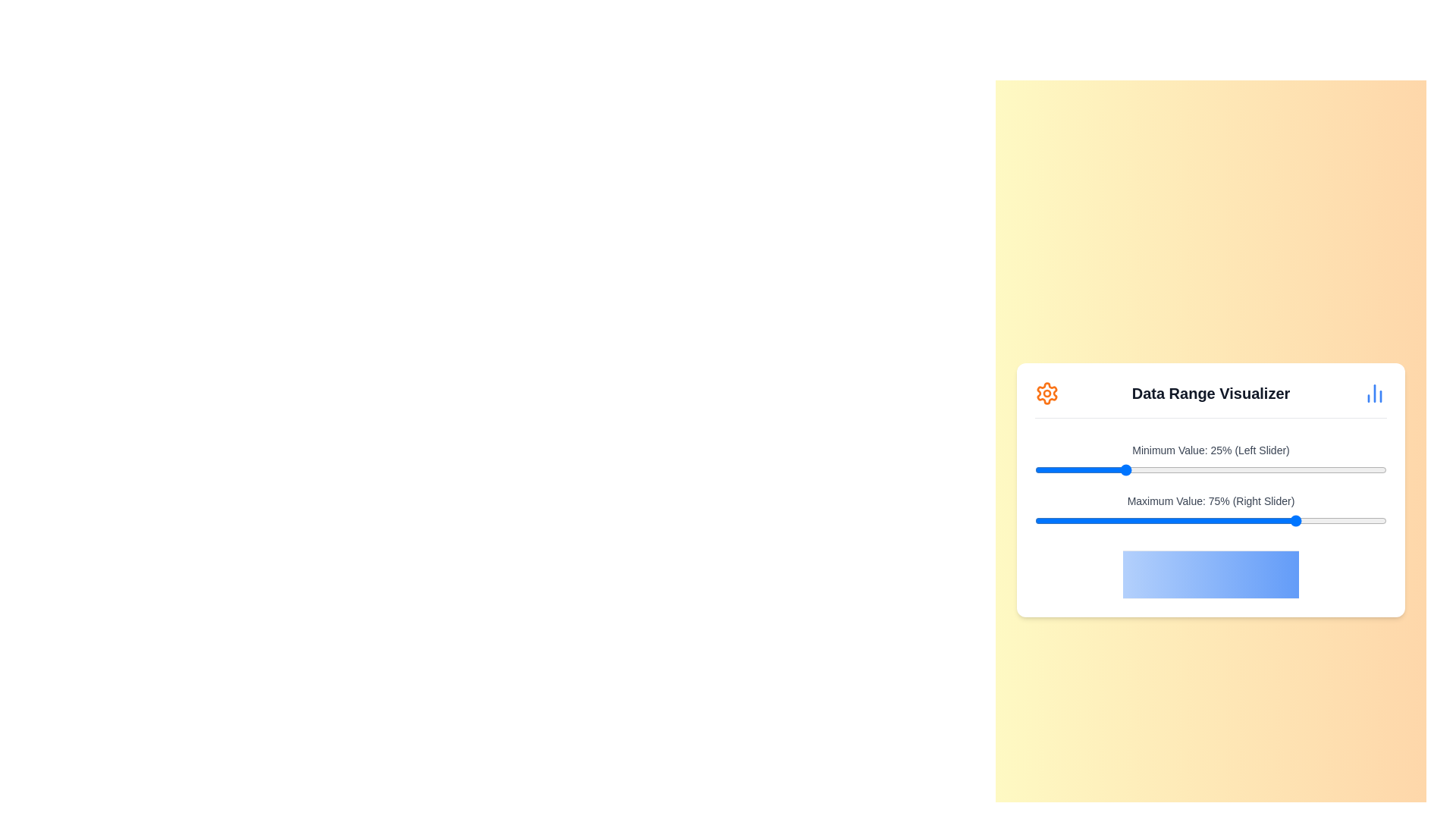 The height and width of the screenshot is (819, 1456). What do you see at coordinates (1119, 519) in the screenshot?
I see `the slider` at bounding box center [1119, 519].